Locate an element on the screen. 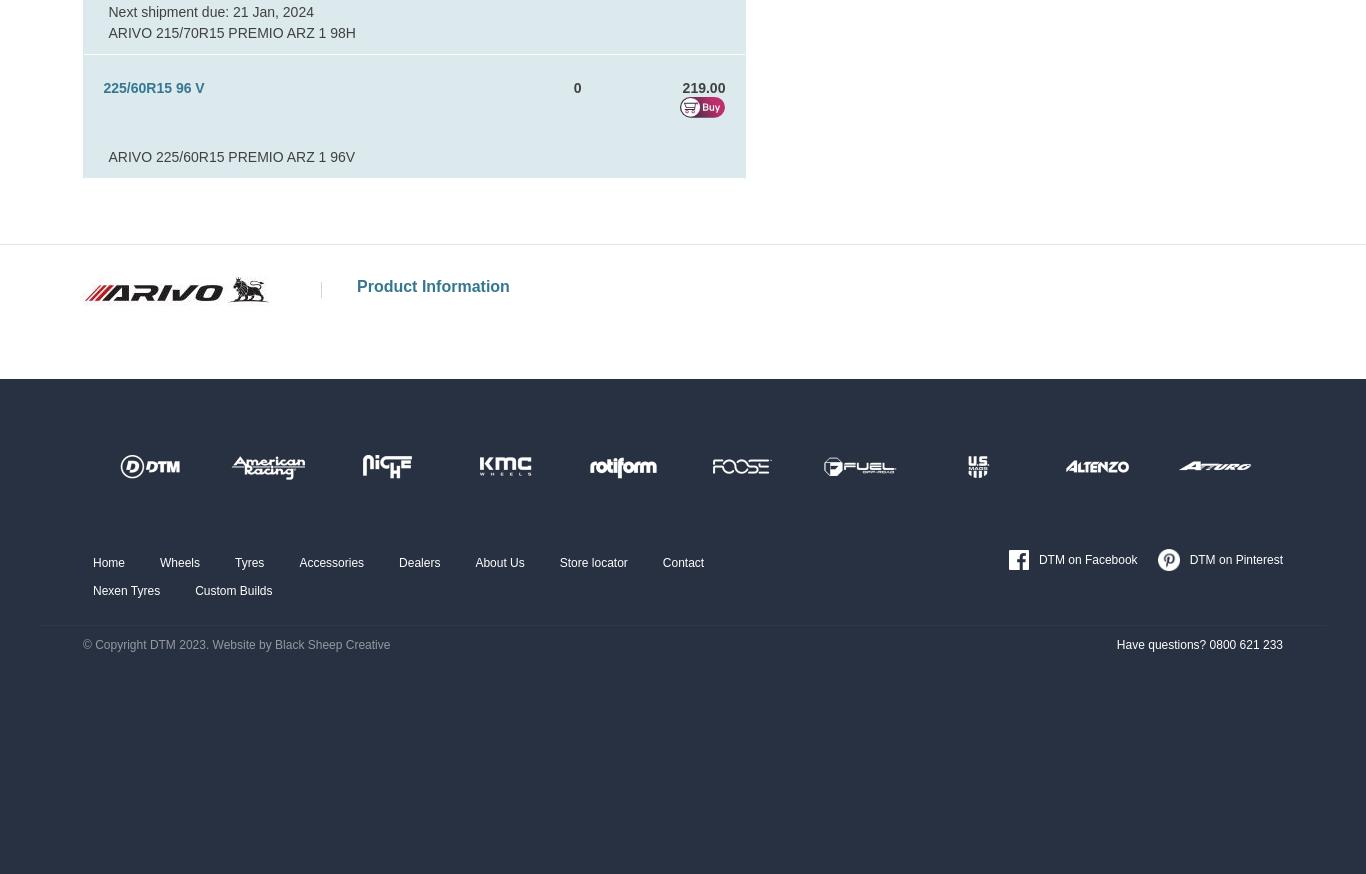  'ARIVO 225/60R15 PREMIO ARZ 1 96V' is located at coordinates (231, 155).